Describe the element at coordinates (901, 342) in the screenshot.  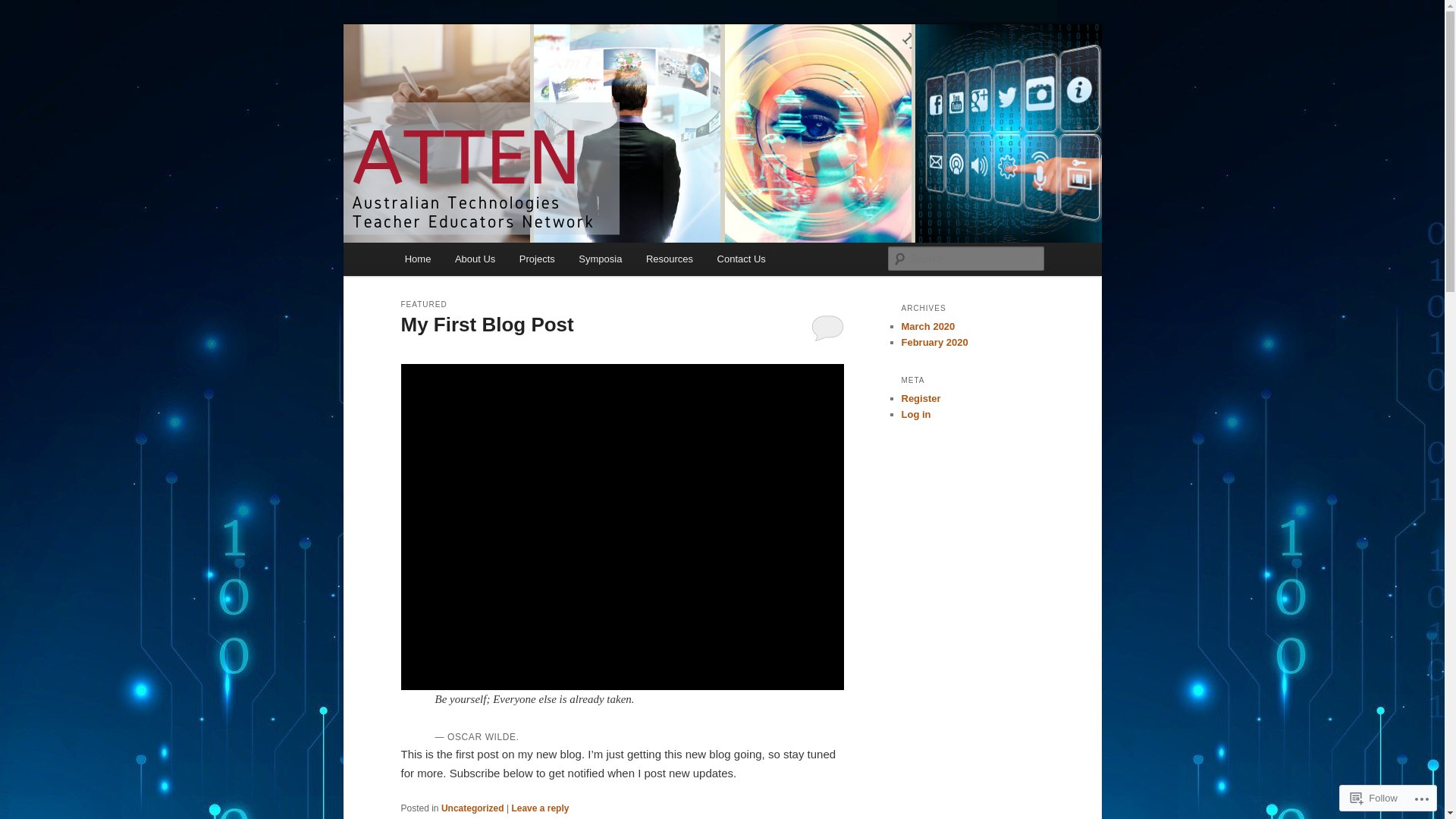
I see `'February 2020'` at that location.